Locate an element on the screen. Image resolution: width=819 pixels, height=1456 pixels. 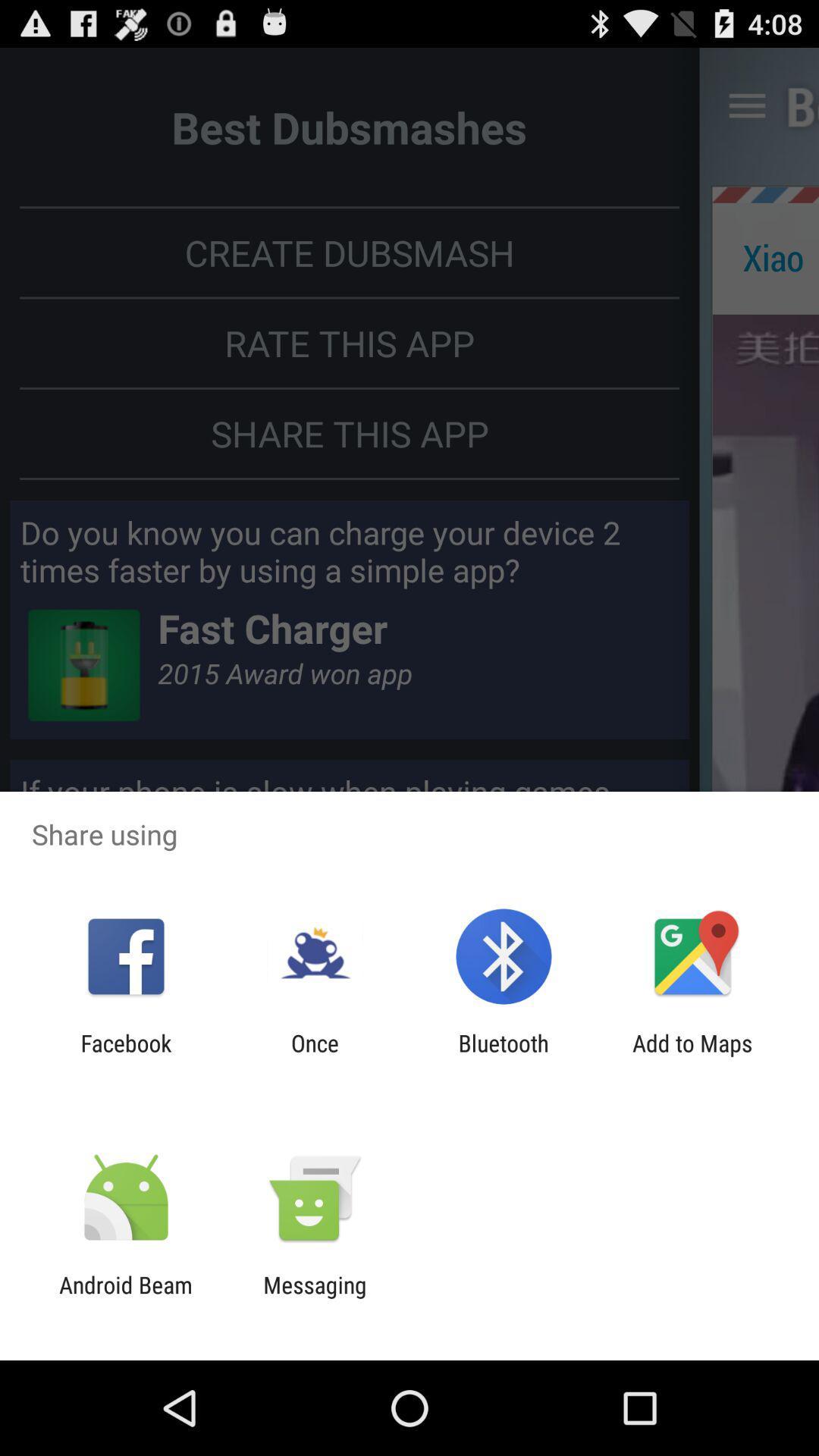
the app next to the facebook app is located at coordinates (314, 1056).